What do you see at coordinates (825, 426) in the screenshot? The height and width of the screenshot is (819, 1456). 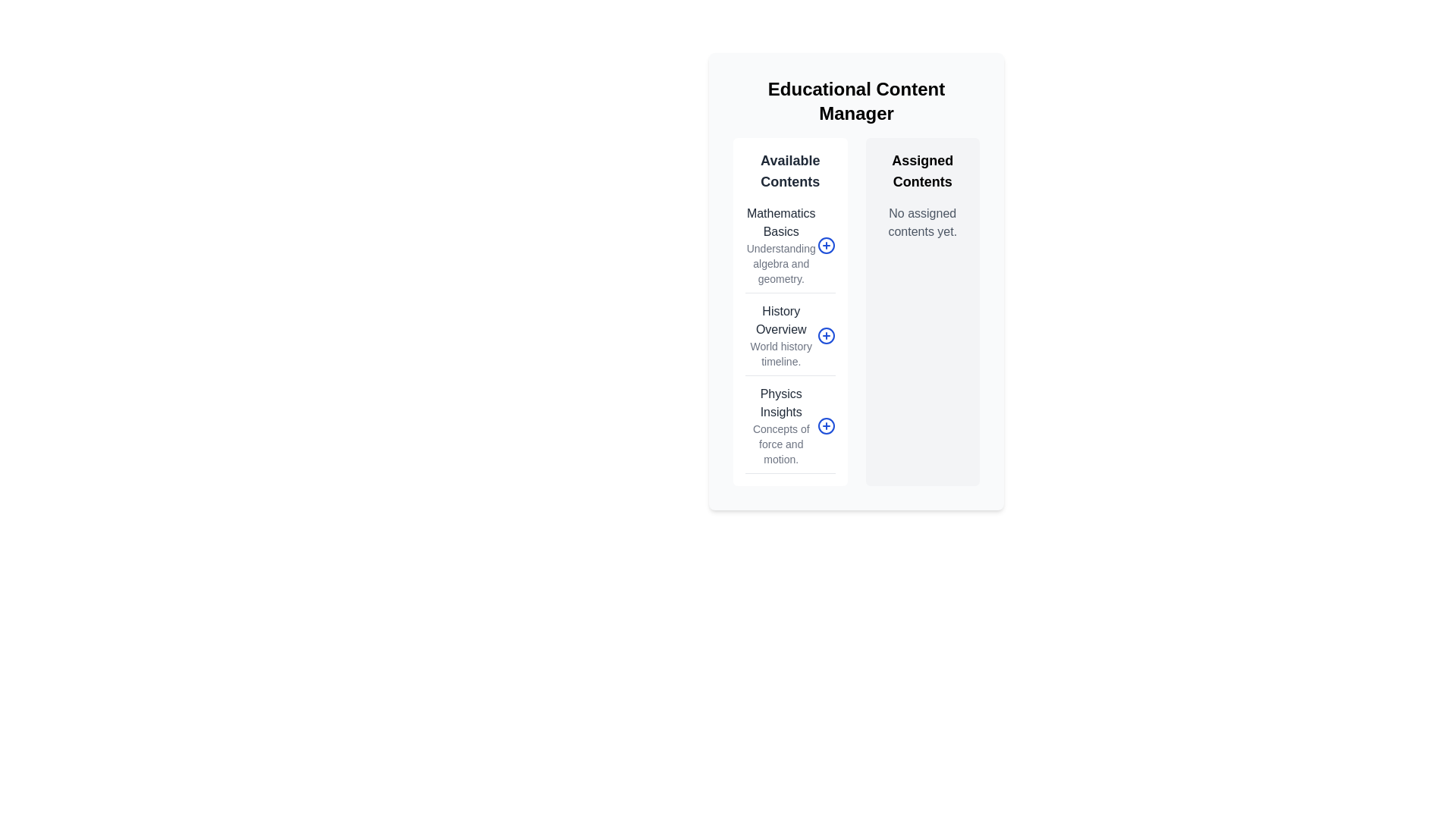 I see `the circular blue button with a plus icon, located next to 'Physics Insights' at the bottom of the 'Available Contents' list, to observe its hover effect` at bounding box center [825, 426].